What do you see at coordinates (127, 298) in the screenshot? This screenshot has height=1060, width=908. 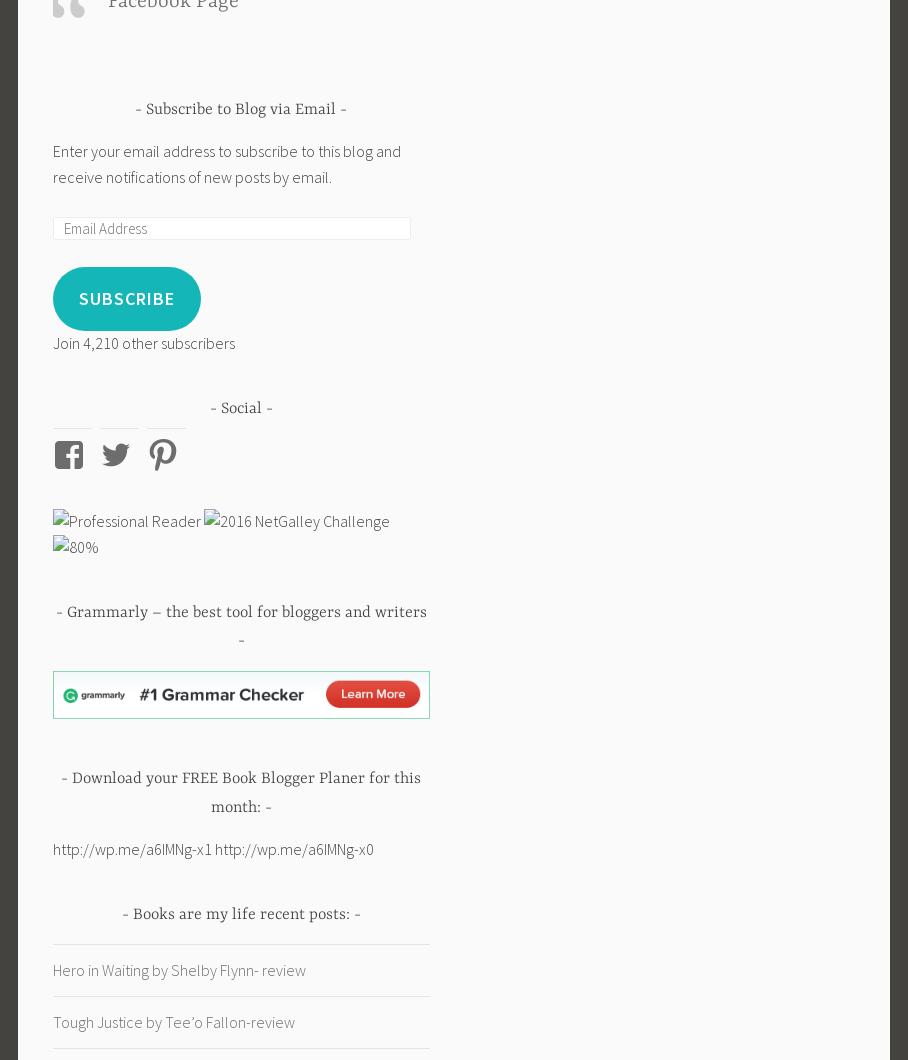 I see `'Subscribe'` at bounding box center [127, 298].